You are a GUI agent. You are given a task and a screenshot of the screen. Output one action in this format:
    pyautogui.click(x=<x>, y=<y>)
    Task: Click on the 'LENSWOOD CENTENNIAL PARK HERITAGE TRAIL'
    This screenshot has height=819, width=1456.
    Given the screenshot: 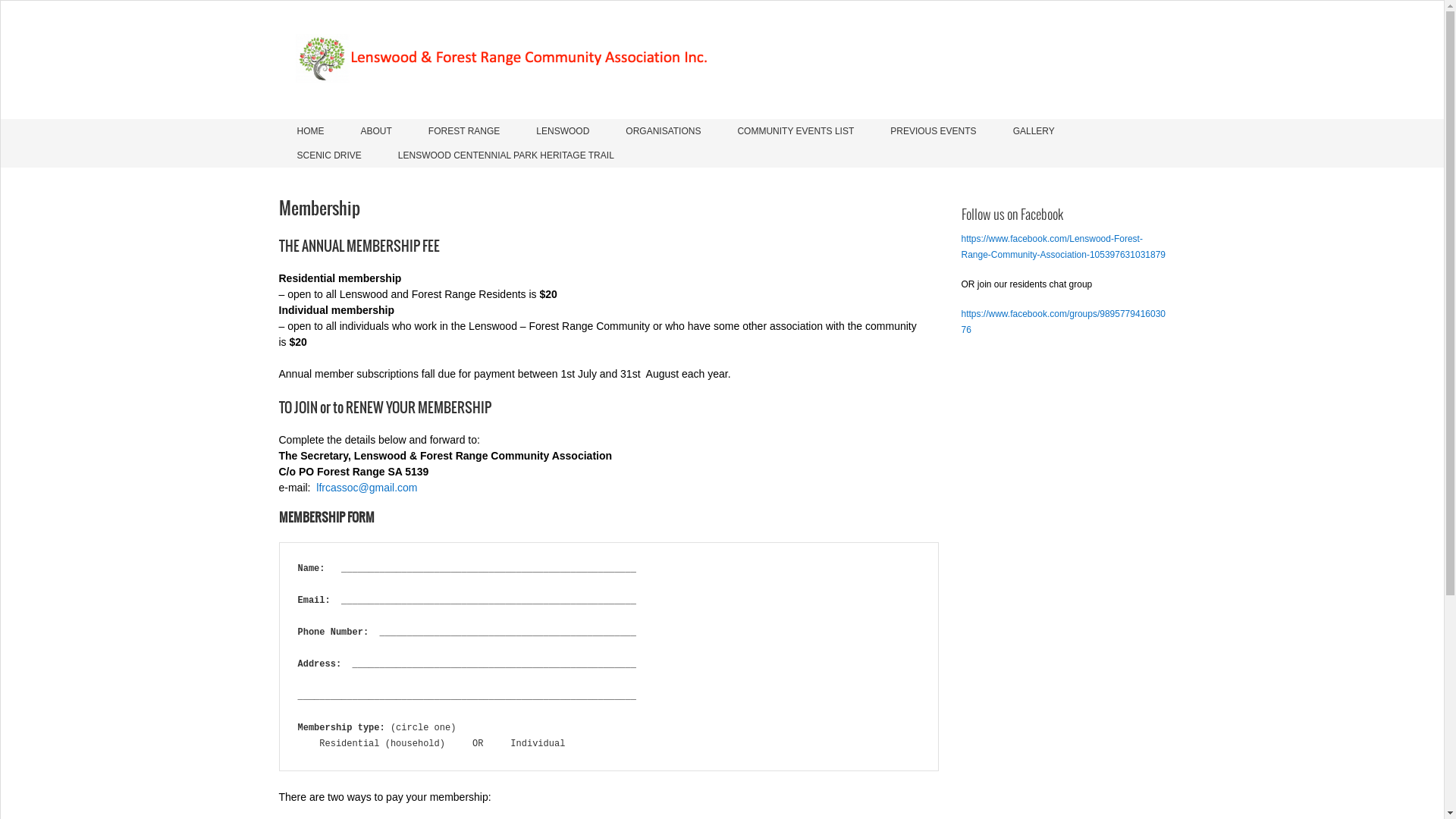 What is the action you would take?
    pyautogui.click(x=506, y=155)
    